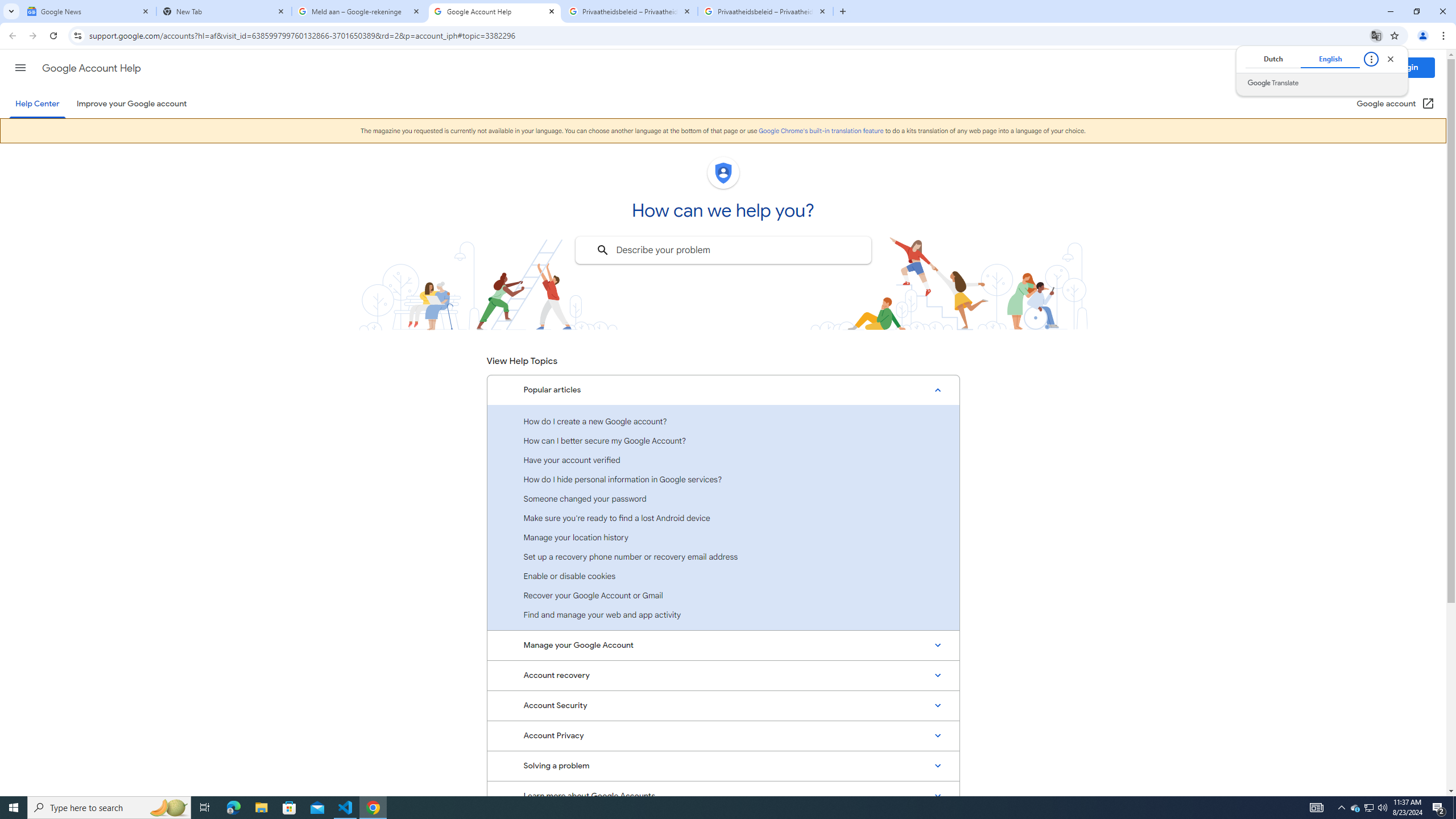 The height and width of the screenshot is (819, 1456). Describe the element at coordinates (723, 576) in the screenshot. I see `'Enable or disable cookies'` at that location.